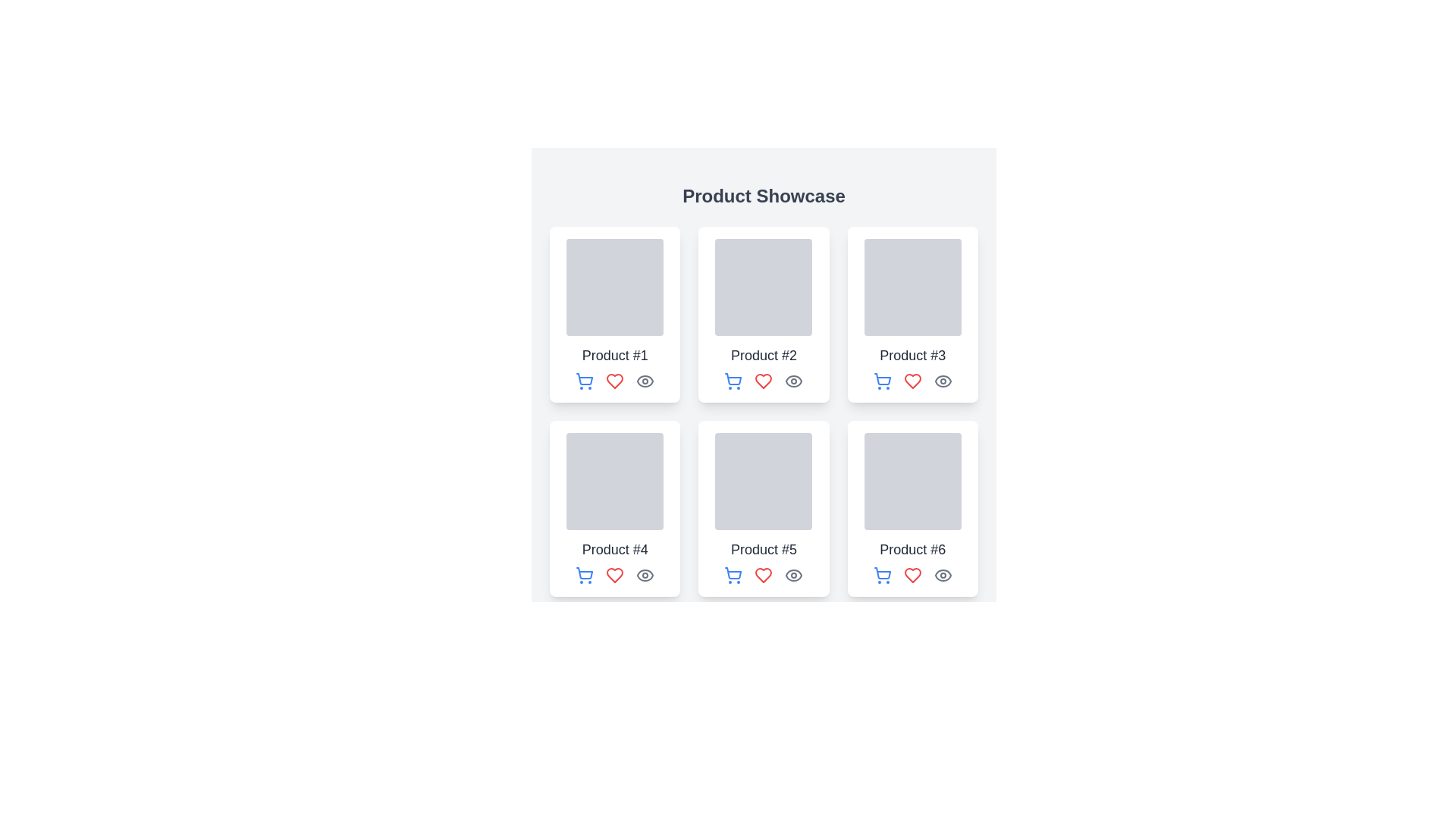 This screenshot has width=1456, height=819. Describe the element at coordinates (733, 576) in the screenshot. I see `the shopping cart icon, which is a blue interactive button located in the second row under the Product #5 card in a grid layout` at that location.